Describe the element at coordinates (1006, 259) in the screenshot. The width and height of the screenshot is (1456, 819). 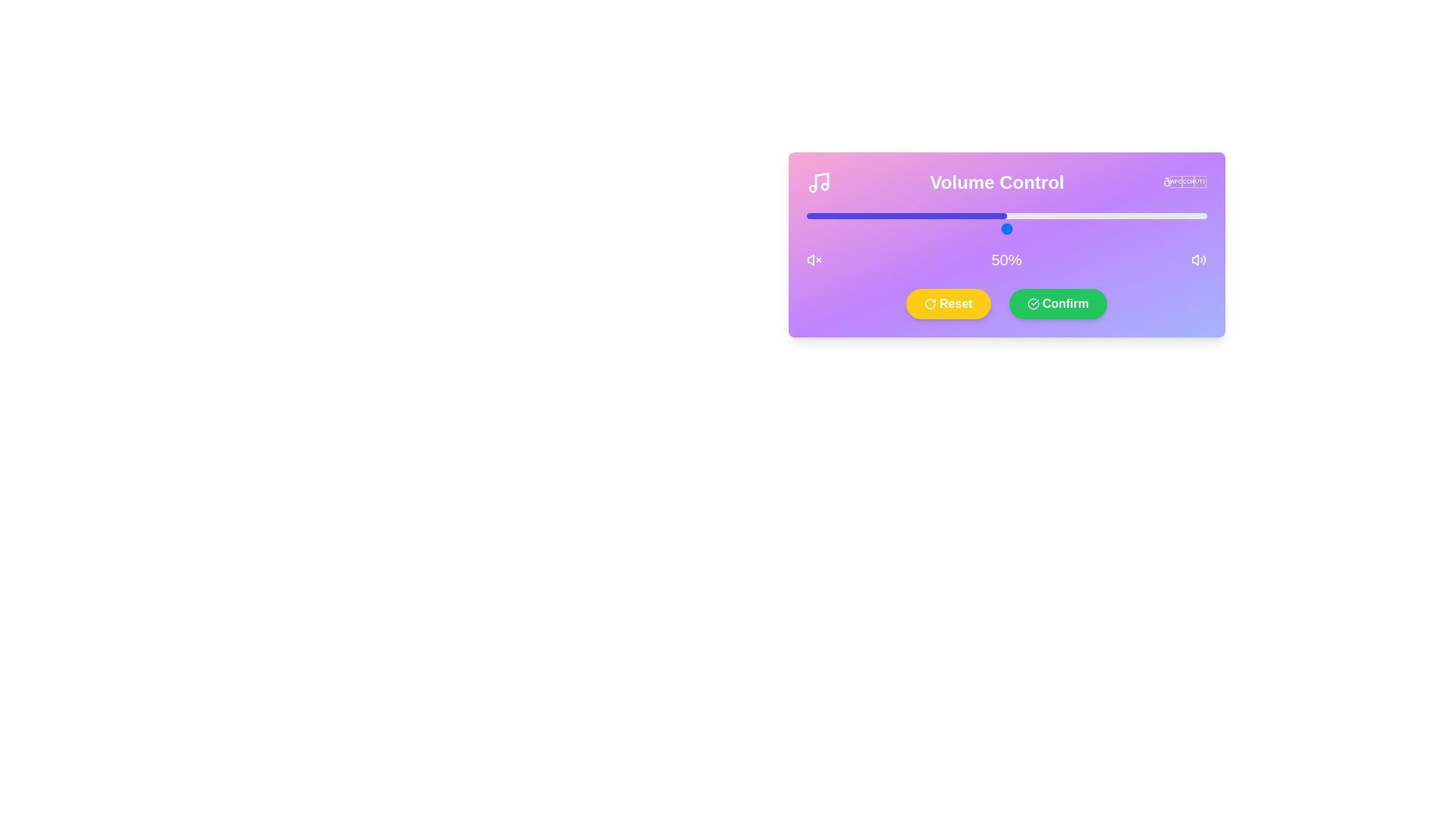
I see `the volume percentage label that displays the current volume level, positioned between the mute icon and the speaker icon` at that location.